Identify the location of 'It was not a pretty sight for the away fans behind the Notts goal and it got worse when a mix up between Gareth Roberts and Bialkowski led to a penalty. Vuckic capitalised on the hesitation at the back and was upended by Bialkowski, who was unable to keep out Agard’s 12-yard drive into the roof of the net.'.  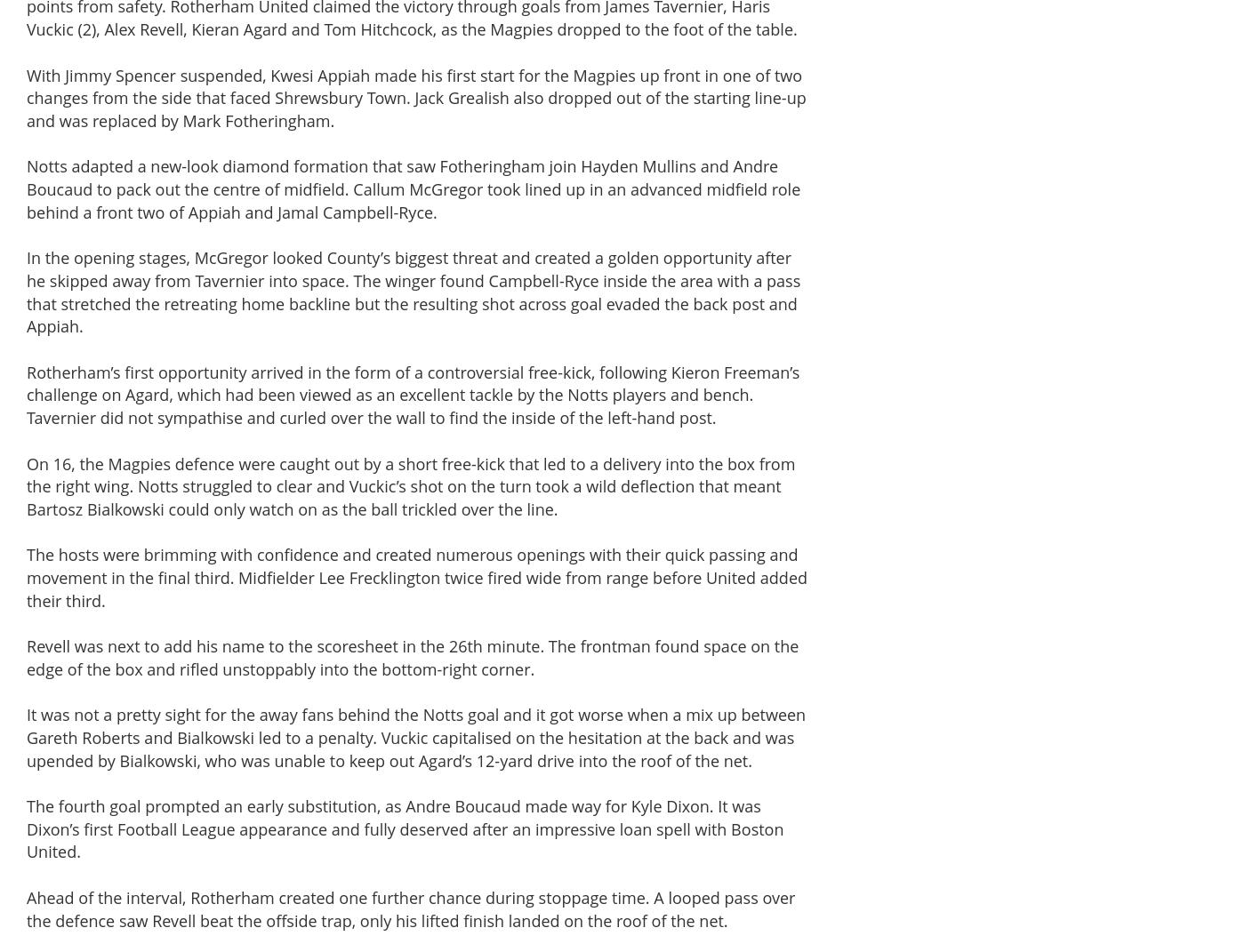
(416, 736).